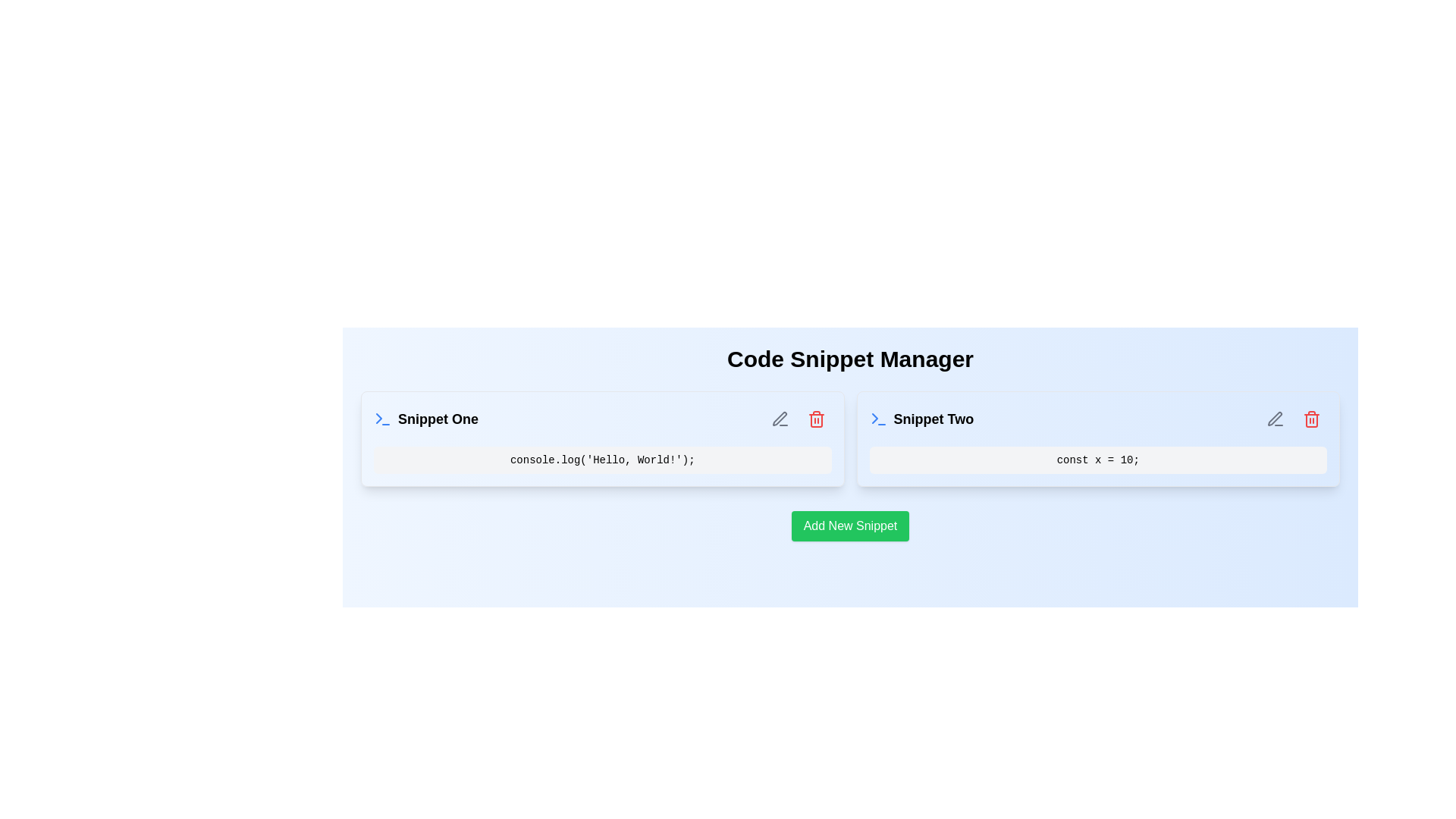 The width and height of the screenshot is (1456, 819). Describe the element at coordinates (1274, 419) in the screenshot. I see `the edit button located to the right of the 'Snippet Two' label and to the left of the red trash icon to modify the associated snippet` at that location.